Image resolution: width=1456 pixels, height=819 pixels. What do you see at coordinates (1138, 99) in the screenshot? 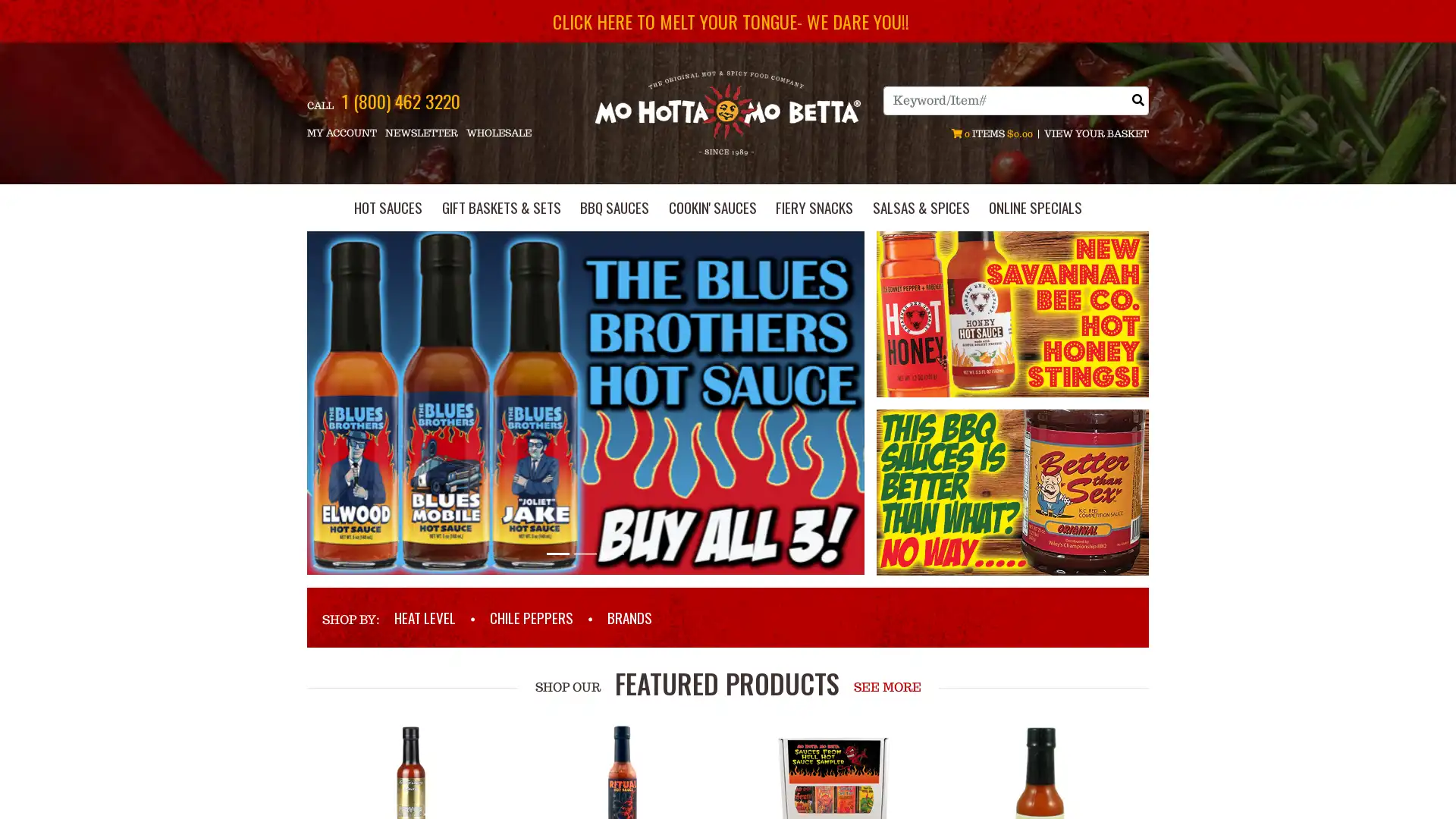
I see `Search` at bounding box center [1138, 99].